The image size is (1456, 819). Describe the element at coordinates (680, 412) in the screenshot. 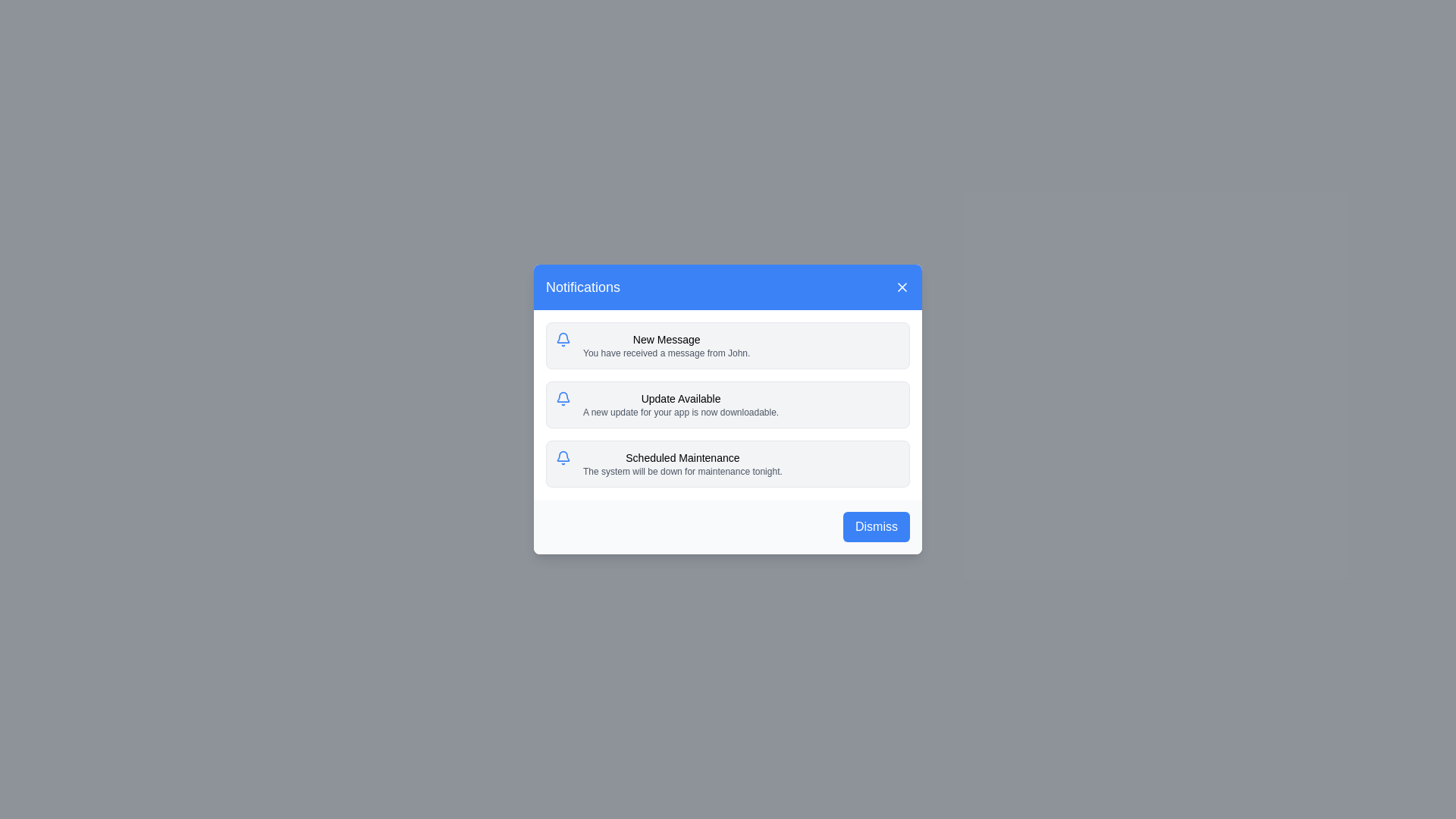

I see `the Text Label that informs the user about the availability of a new update for their application, located in the second notification card under the title 'Update Available'` at that location.